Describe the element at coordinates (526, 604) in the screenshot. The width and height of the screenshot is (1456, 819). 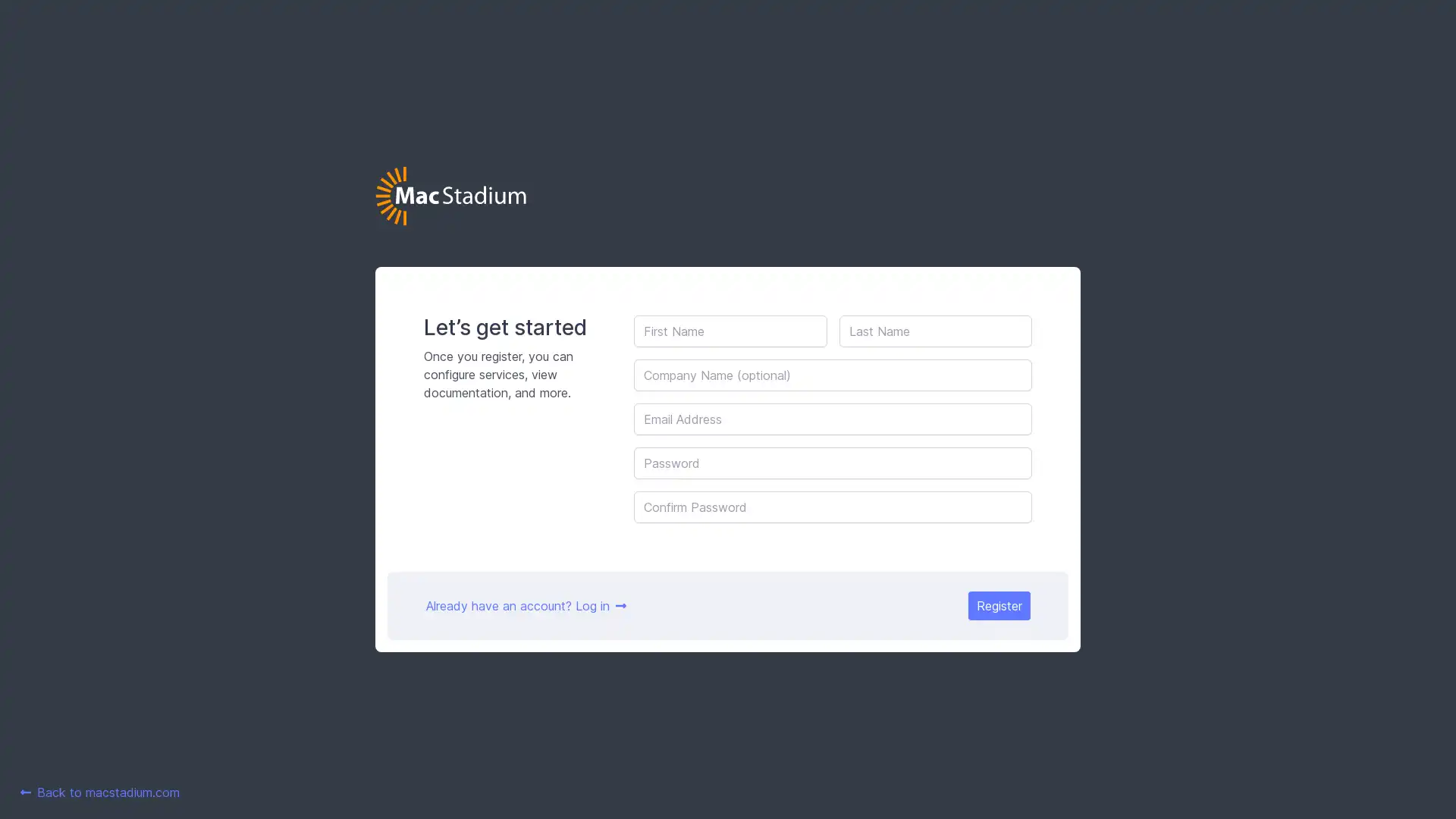
I see `Already have an account? Log in` at that location.